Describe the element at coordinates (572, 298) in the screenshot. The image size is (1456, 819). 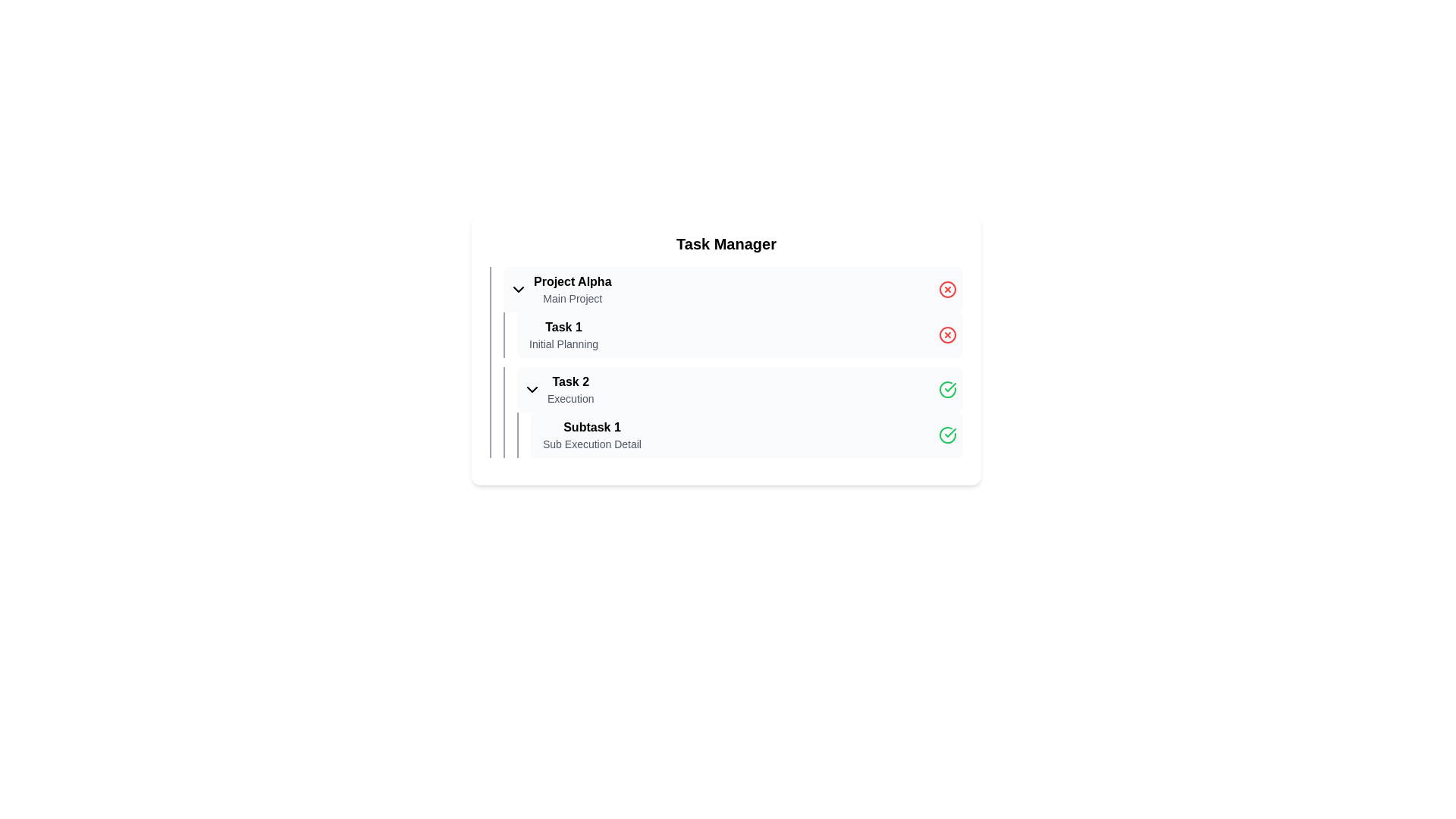
I see `the Text label that provides a descriptor for the project titled 'Project Alpha', located within the task management interface under the 'Task Manager' heading` at that location.